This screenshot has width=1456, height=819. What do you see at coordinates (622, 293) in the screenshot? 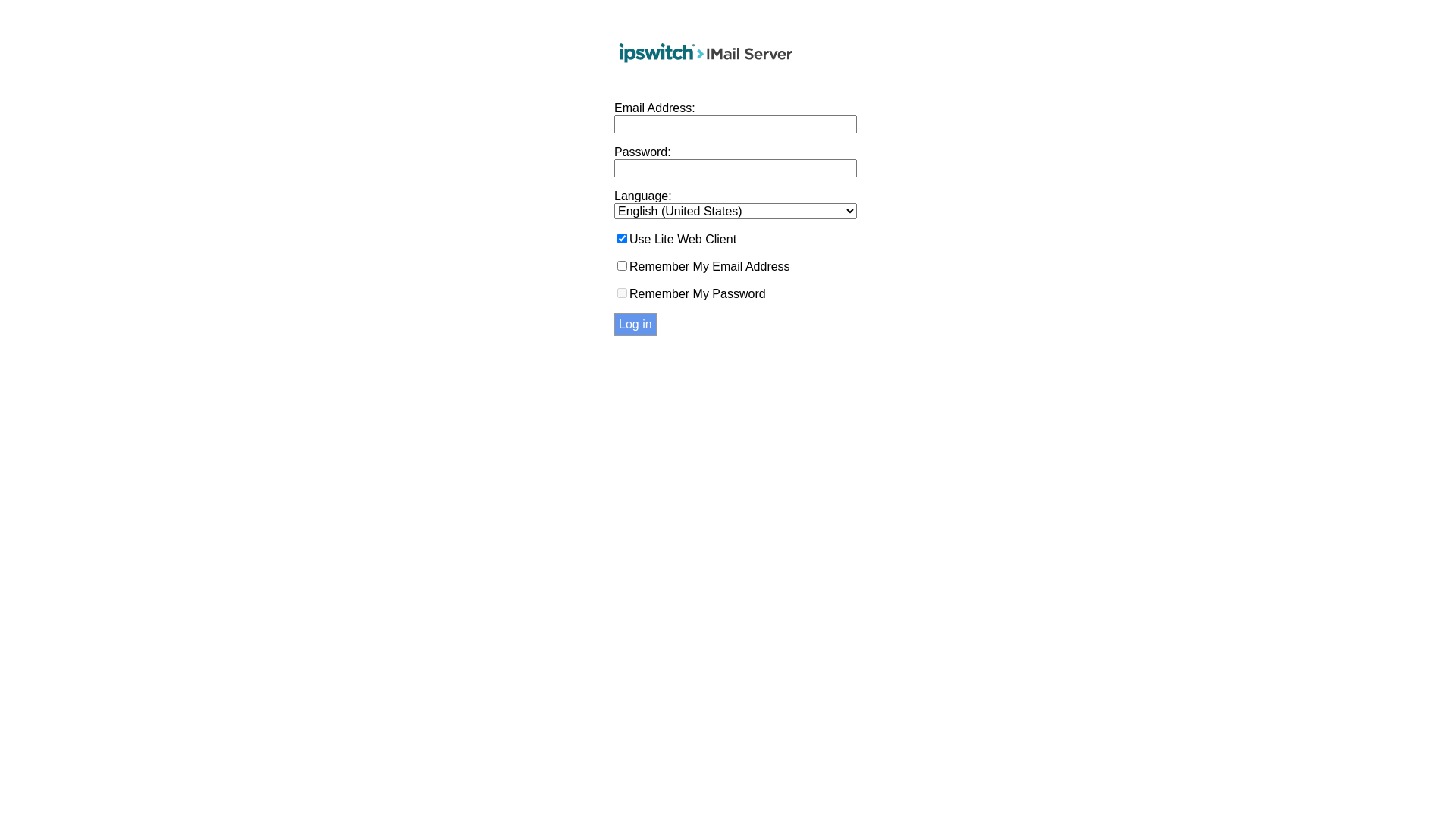
I see `'on'` at bounding box center [622, 293].